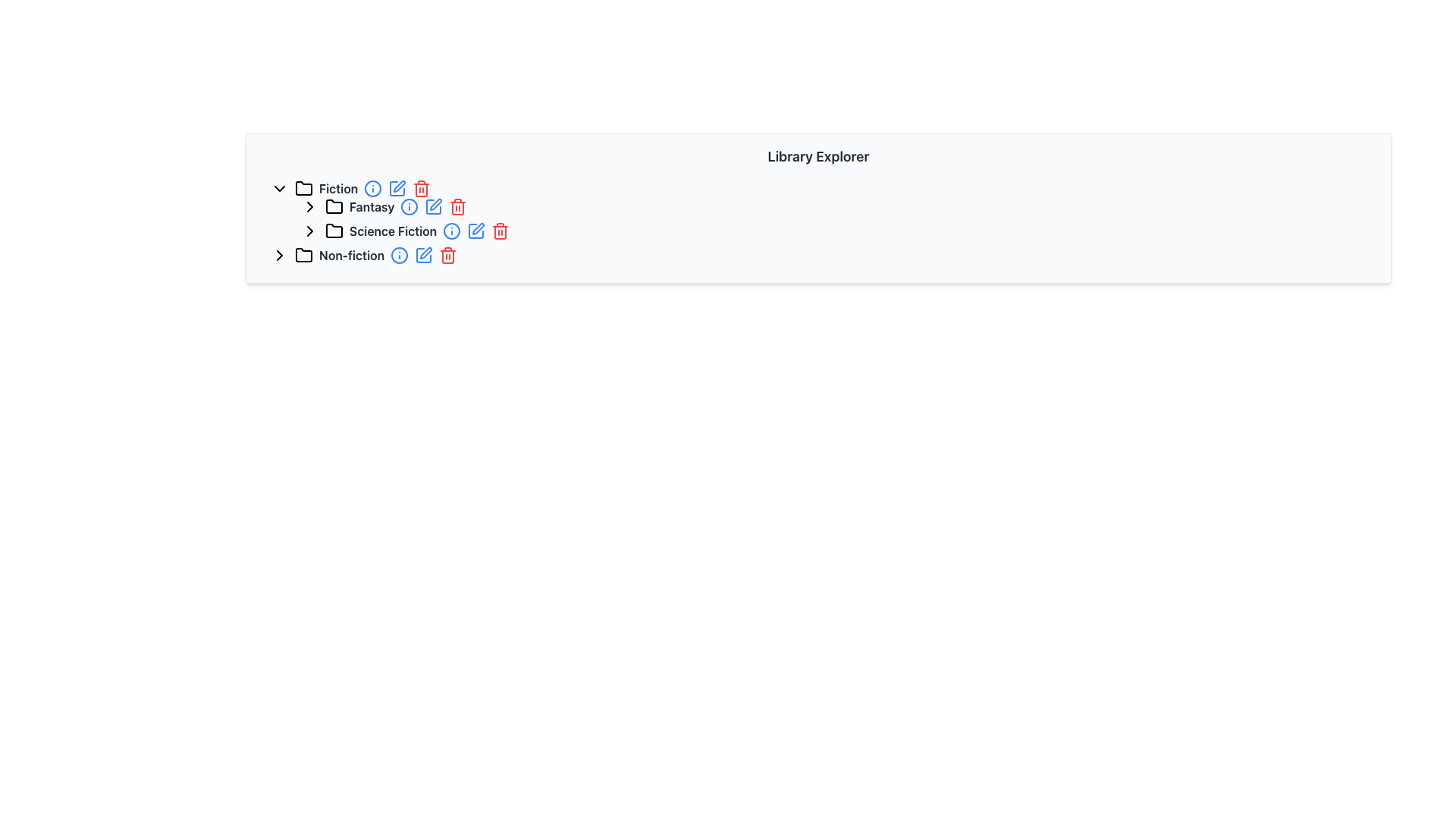  I want to click on the Toggle Button (Arrow Icon) located at the leftmost side of the 'Fiction' titled row, so click(280, 188).